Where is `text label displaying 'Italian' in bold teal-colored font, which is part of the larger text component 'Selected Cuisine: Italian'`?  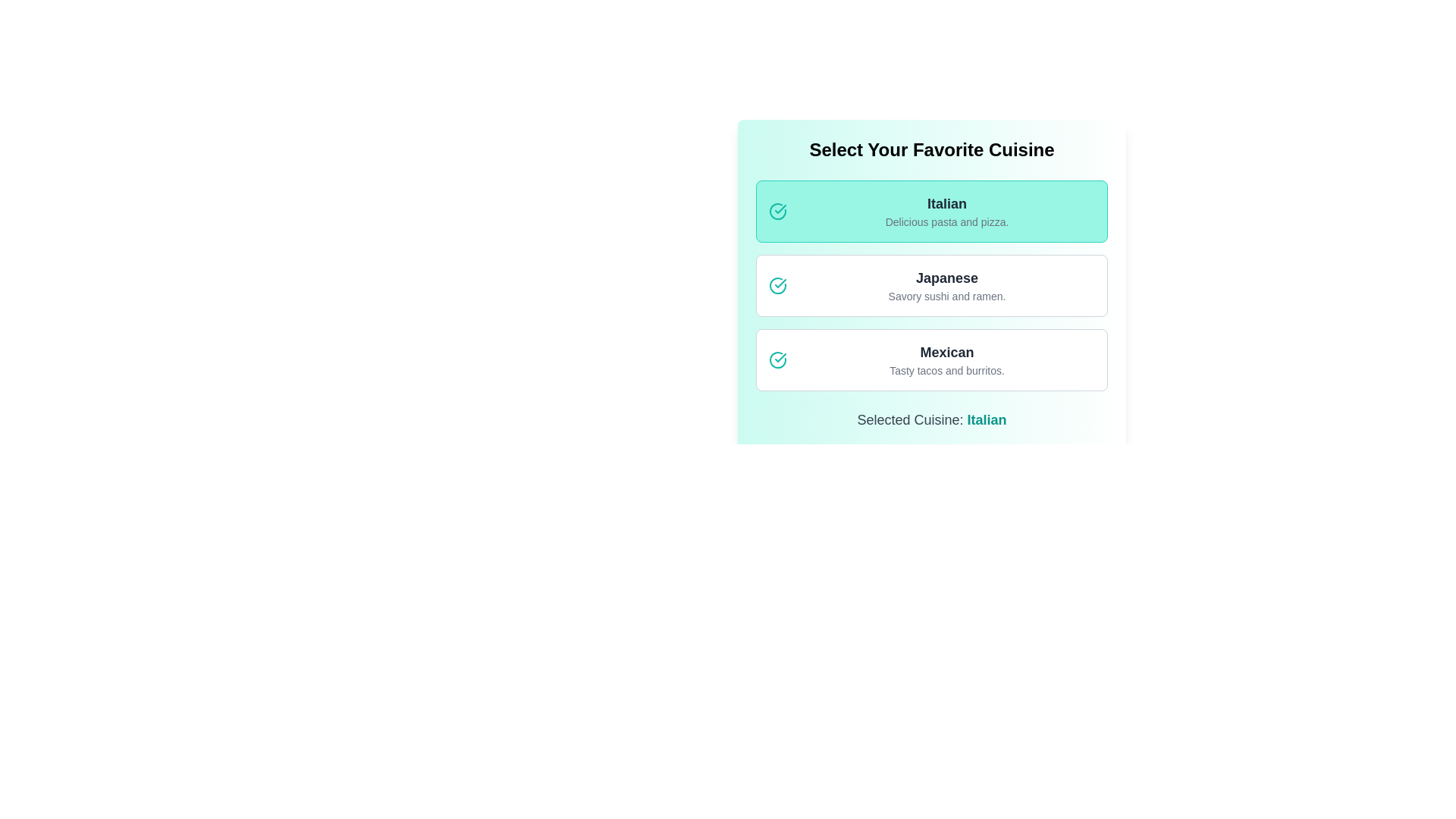
text label displaying 'Italian' in bold teal-colored font, which is part of the larger text component 'Selected Cuisine: Italian' is located at coordinates (987, 420).